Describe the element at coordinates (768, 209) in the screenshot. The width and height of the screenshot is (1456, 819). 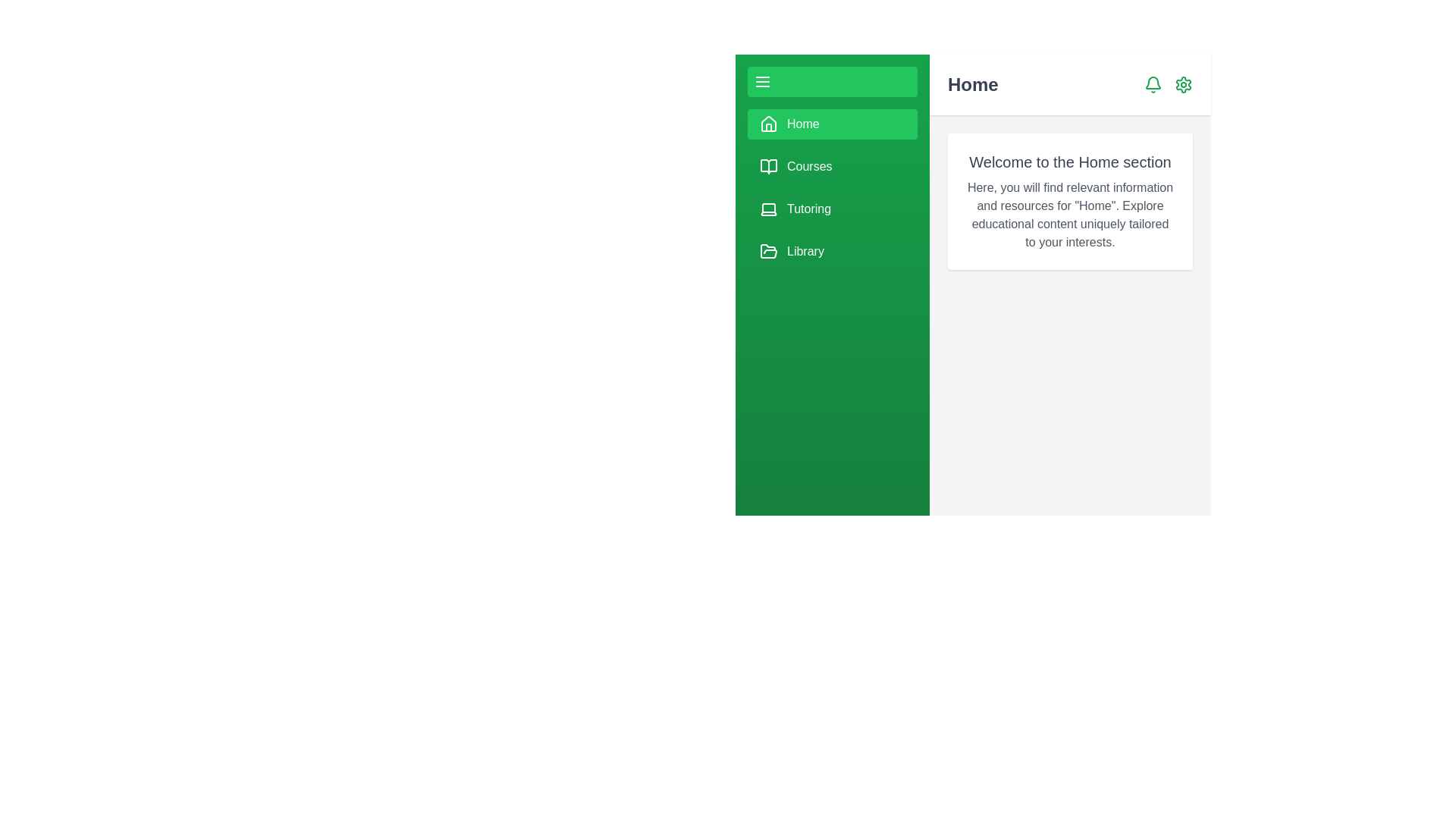
I see `the laptop computer icon located in the navigation menu adjacent to the 'Tutoring' label` at that location.